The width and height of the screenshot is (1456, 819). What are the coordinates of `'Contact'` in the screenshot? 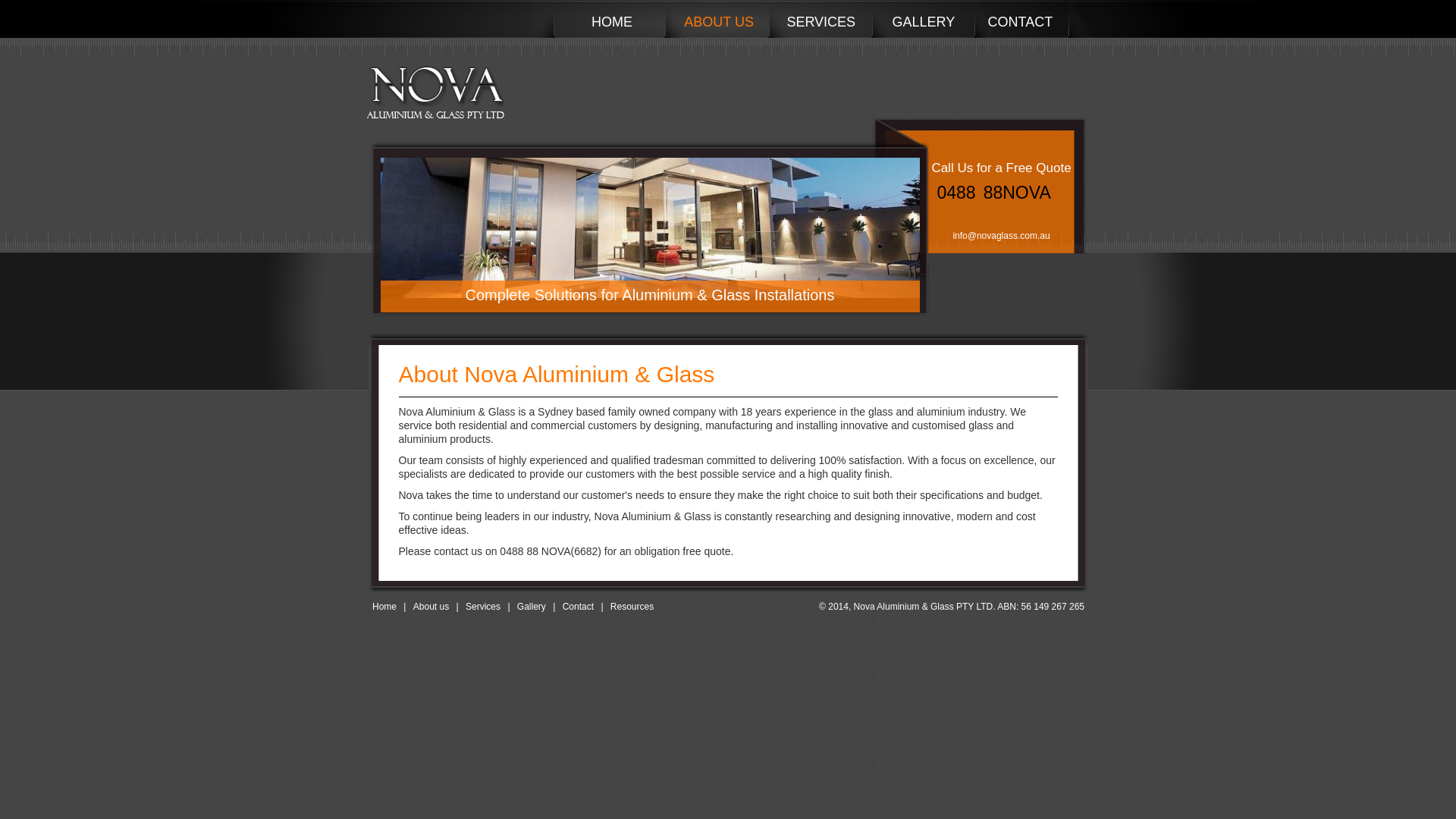 It's located at (577, 605).